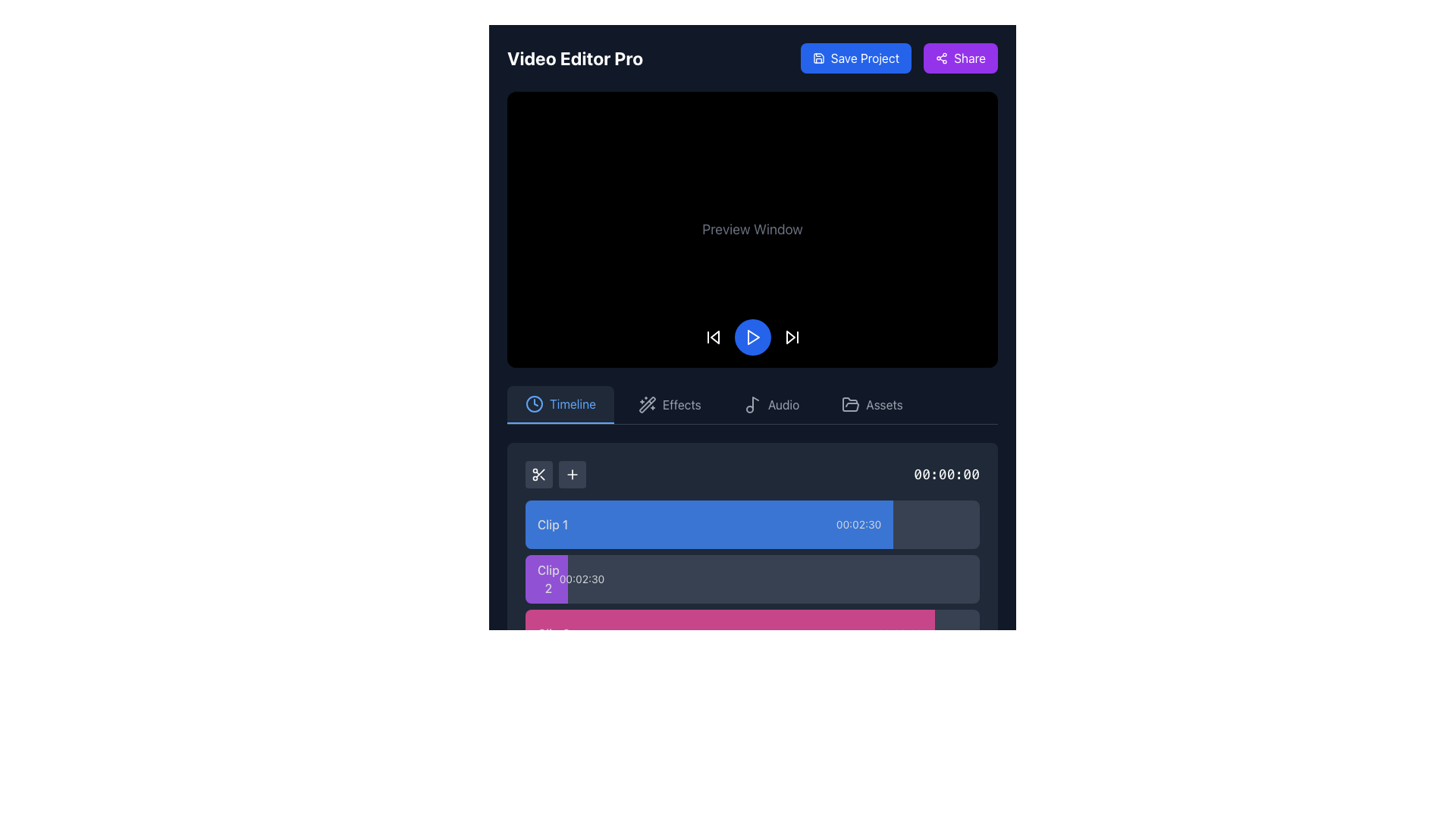 This screenshot has height=819, width=1456. I want to click on the blue 'Save Project' button with a white save icon, located in the top-right section of the interface, so click(855, 58).